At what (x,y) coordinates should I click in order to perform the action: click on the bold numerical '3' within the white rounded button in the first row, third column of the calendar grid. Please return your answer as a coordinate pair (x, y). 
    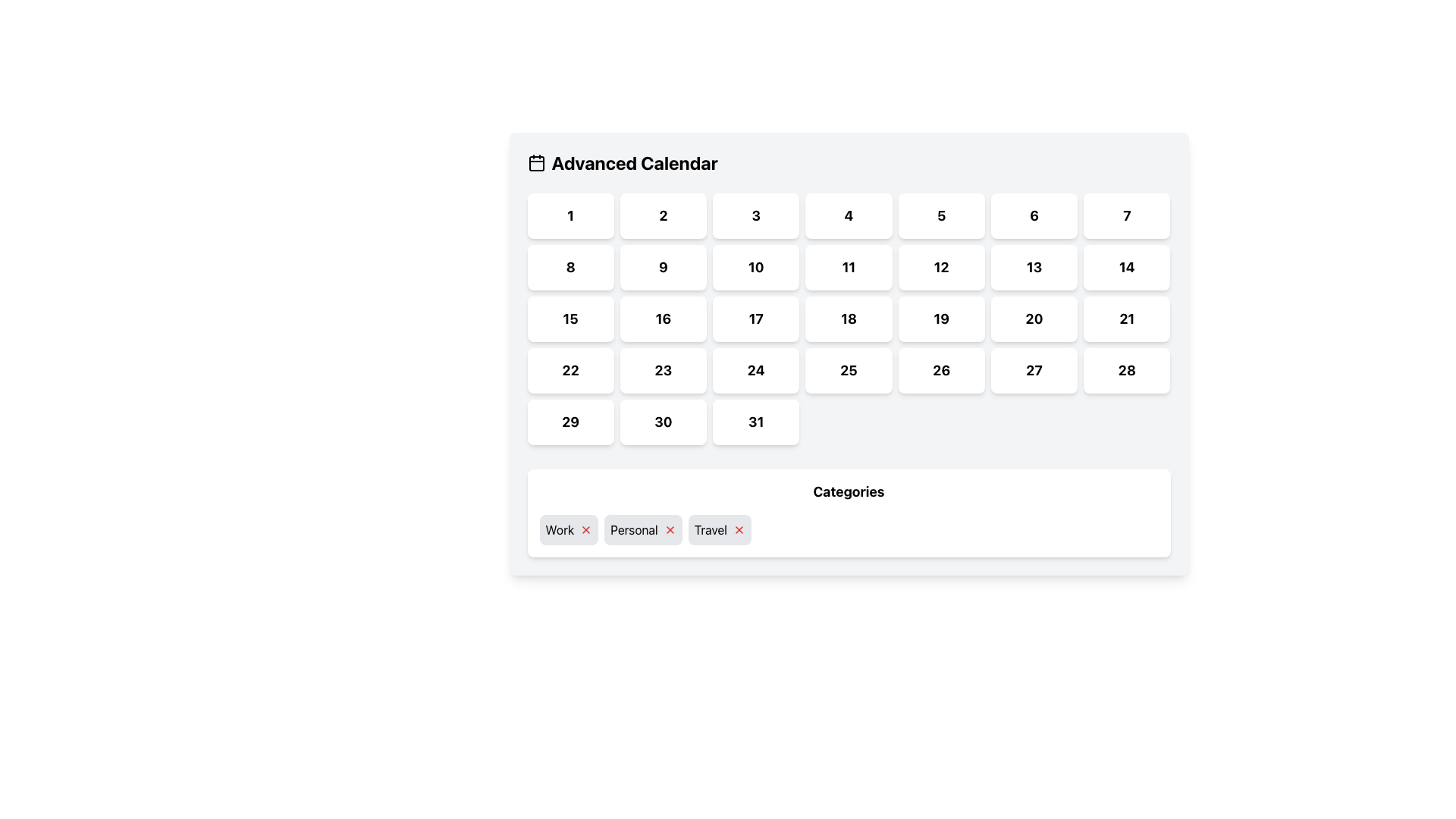
    Looking at the image, I should click on (756, 215).